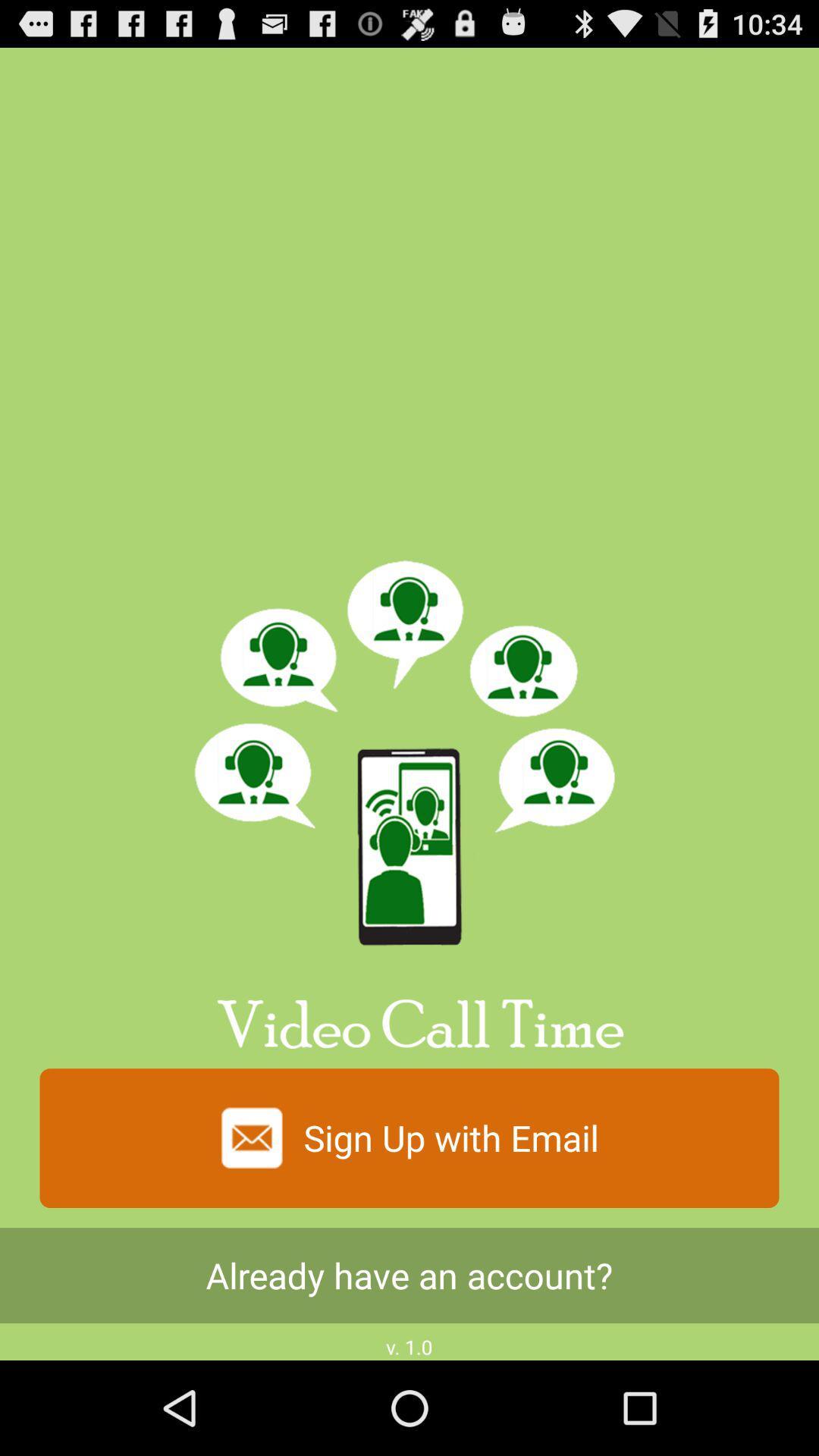  Describe the element at coordinates (409, 1275) in the screenshot. I see `already have an button` at that location.